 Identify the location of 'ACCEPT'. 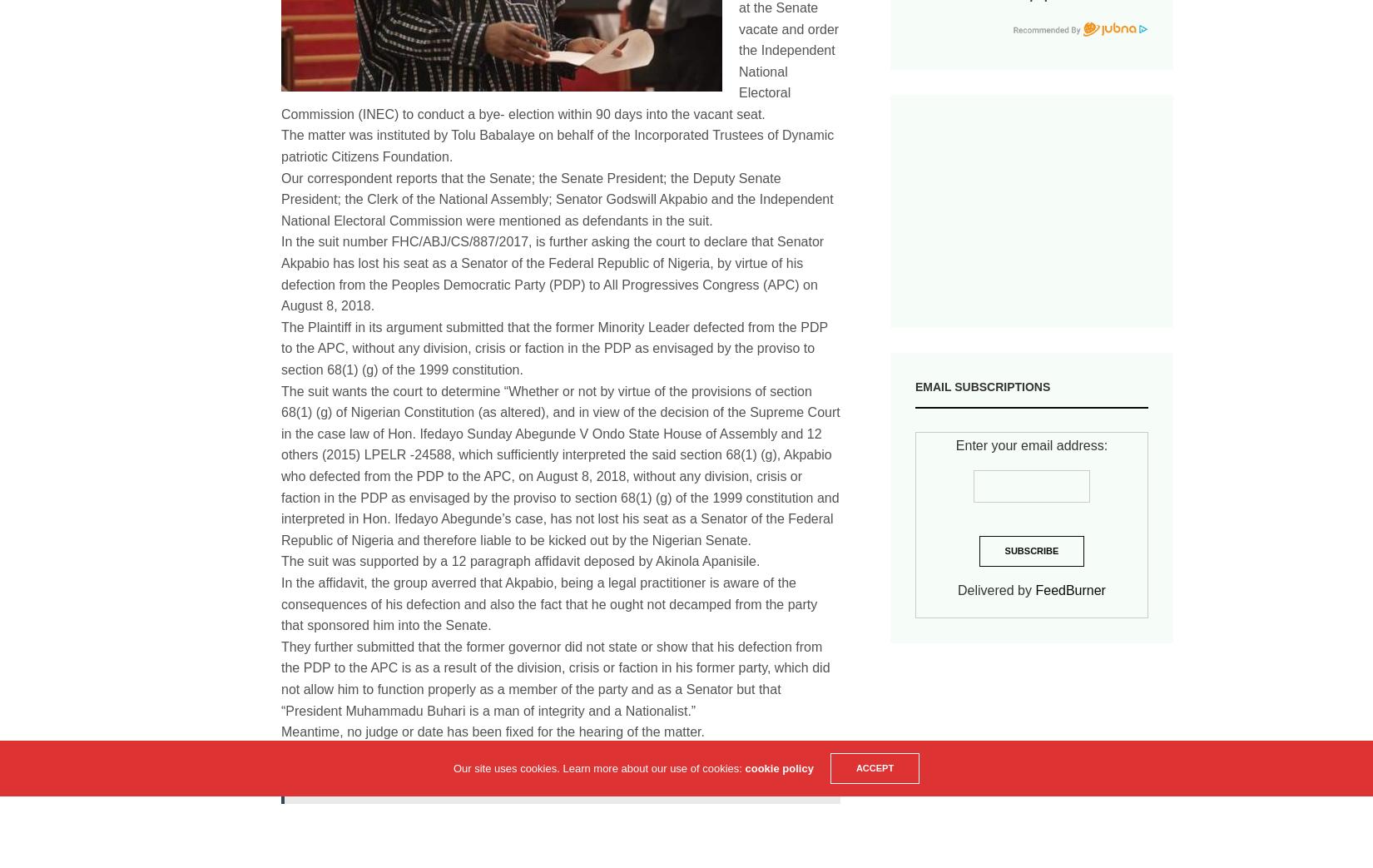
(855, 766).